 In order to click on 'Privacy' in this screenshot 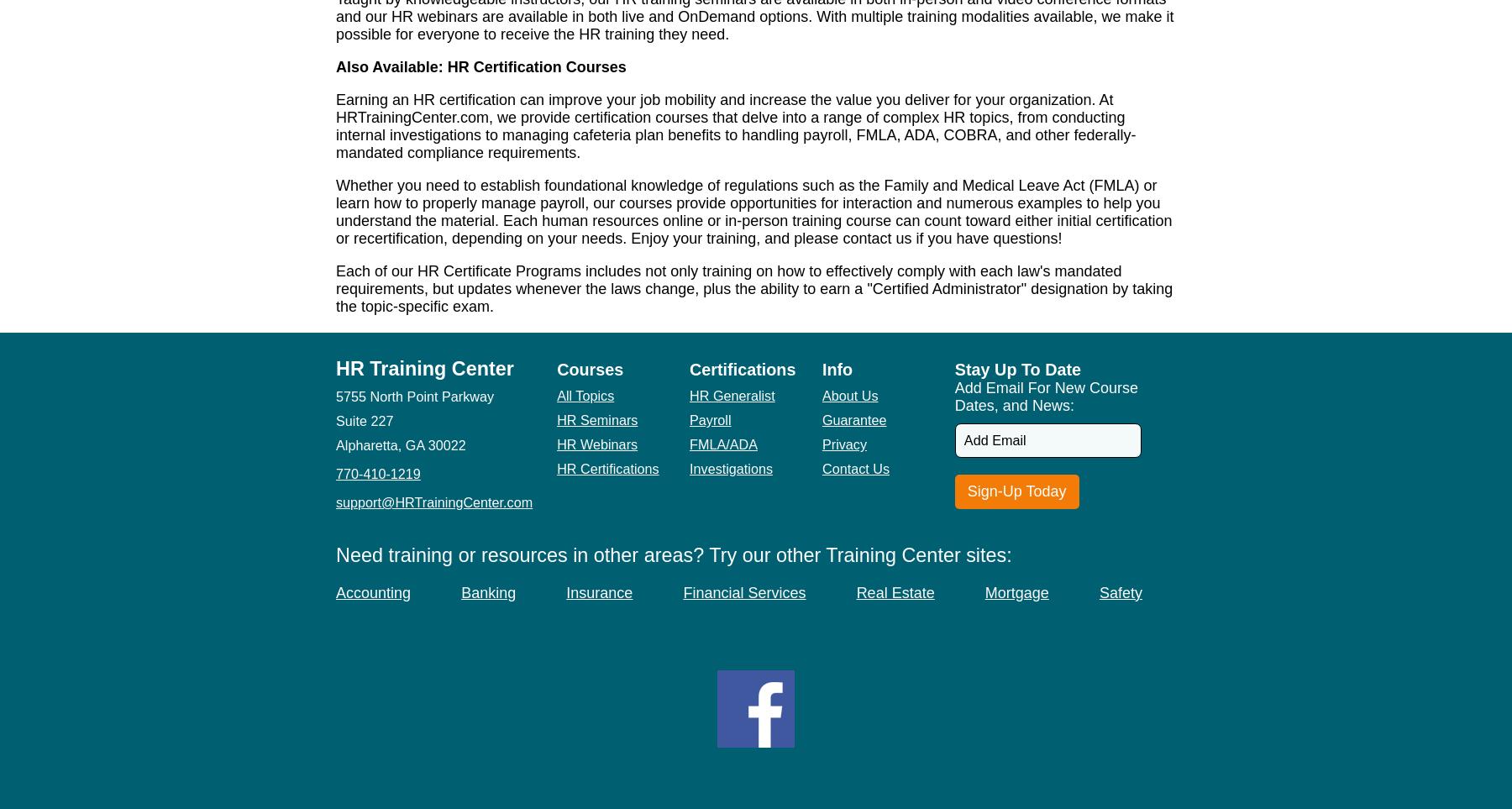, I will do `click(843, 443)`.